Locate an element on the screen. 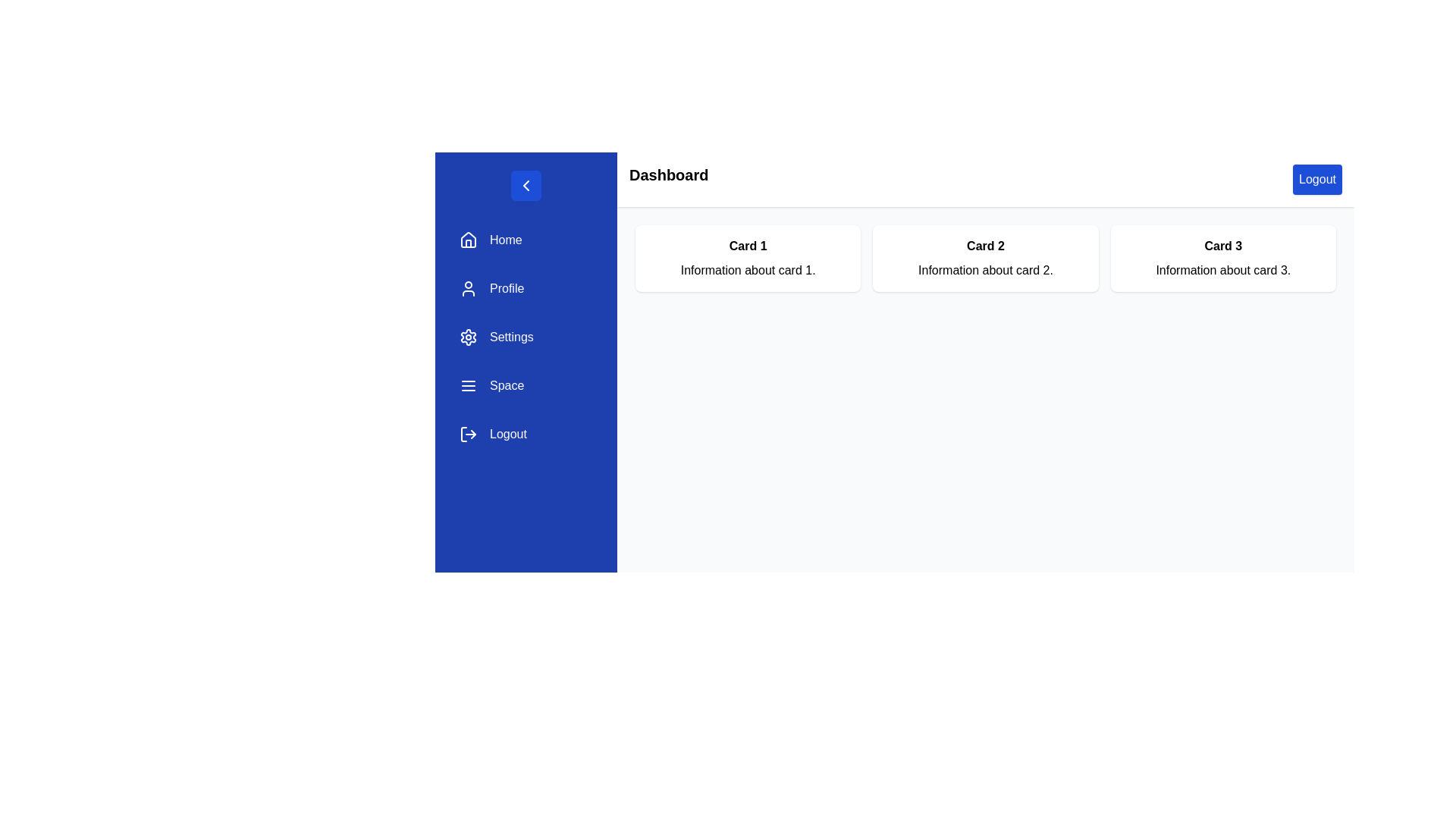 The height and width of the screenshot is (819, 1456). the 'Home' text label located to the right of the house icon in the vertical menu on the left side of the interface is located at coordinates (506, 239).